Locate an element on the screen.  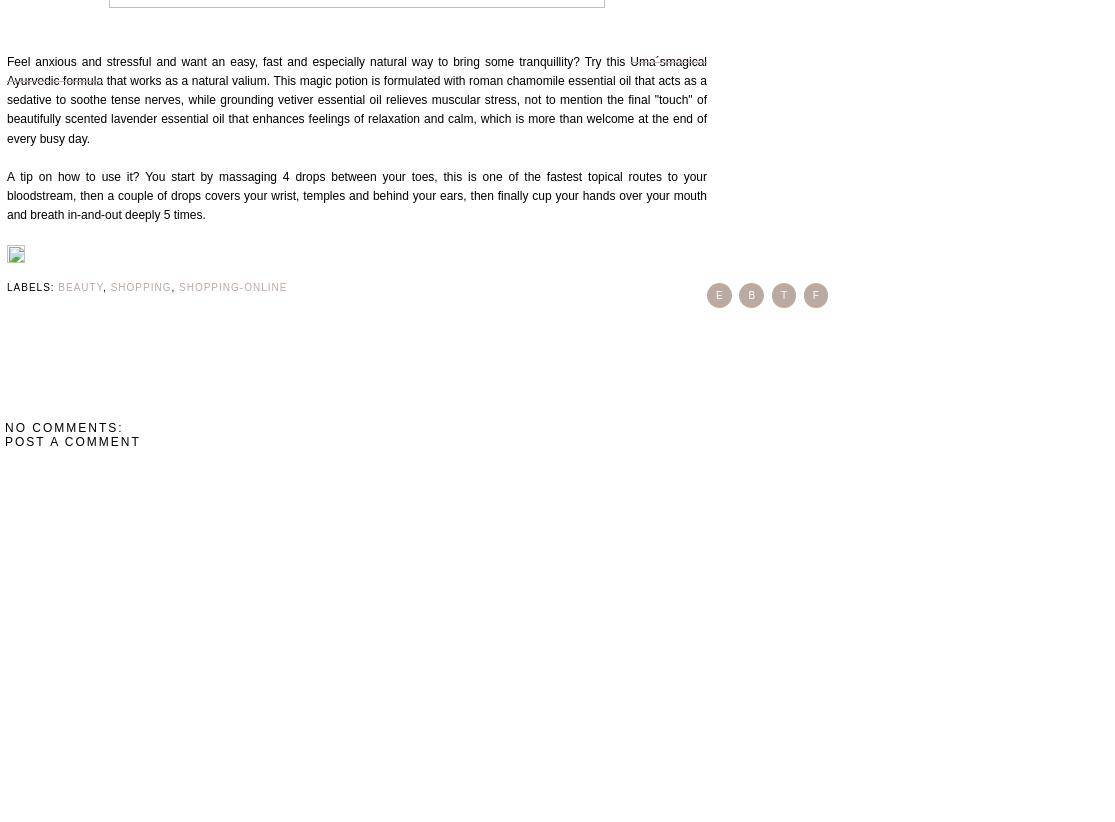
'Feel anxious and stressful and want an easy, fast and especially natural way to bring some tranquillity? Try this' is located at coordinates (318, 60).